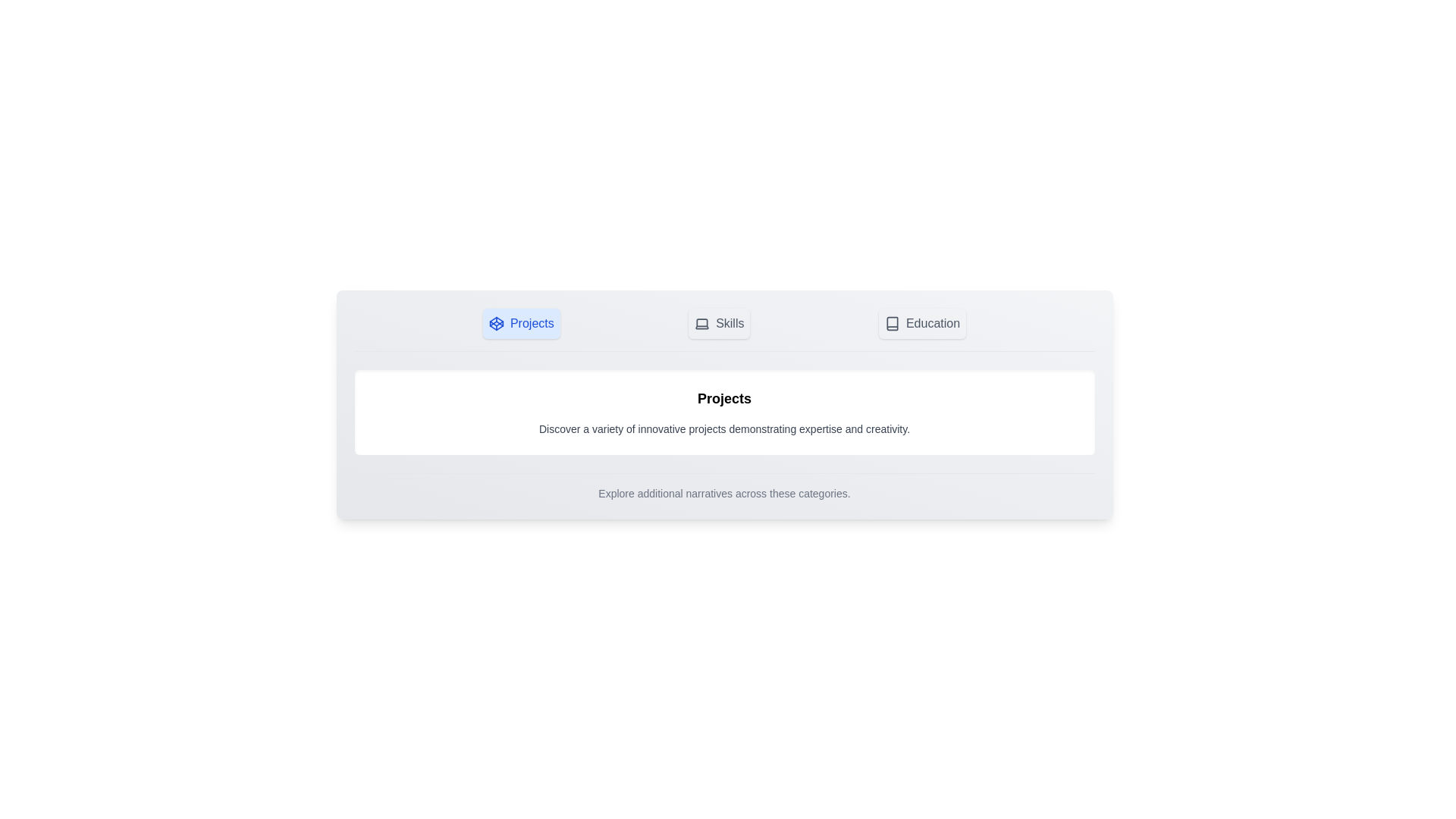  Describe the element at coordinates (718, 323) in the screenshot. I see `the 'Skills' button, which features a laptop icon and is located centrally among buttons labeled 'Projects', 'Skills', and 'Education'` at that location.